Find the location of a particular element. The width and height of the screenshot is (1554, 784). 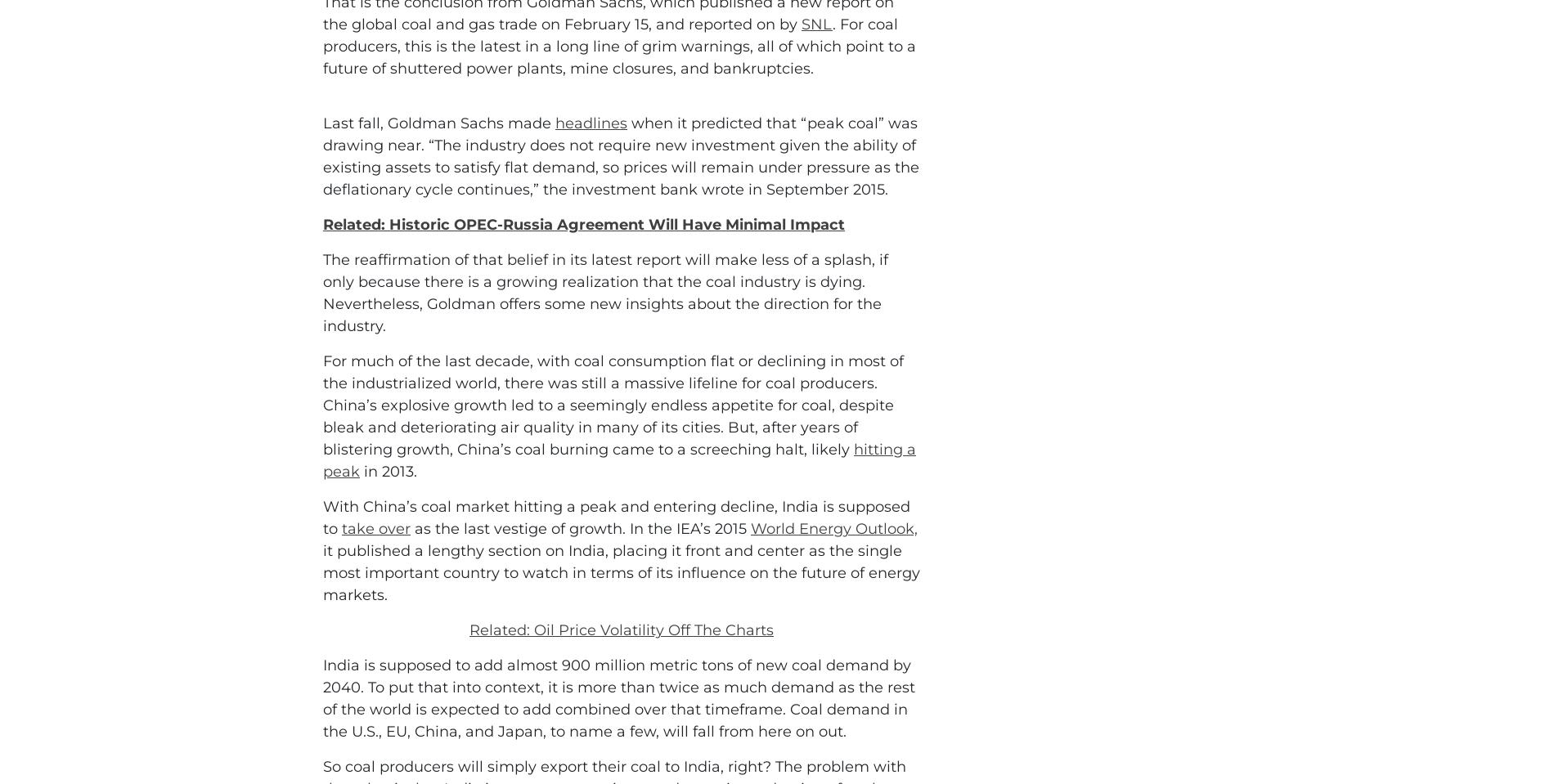

'World Energy Outlook,' is located at coordinates (833, 601).